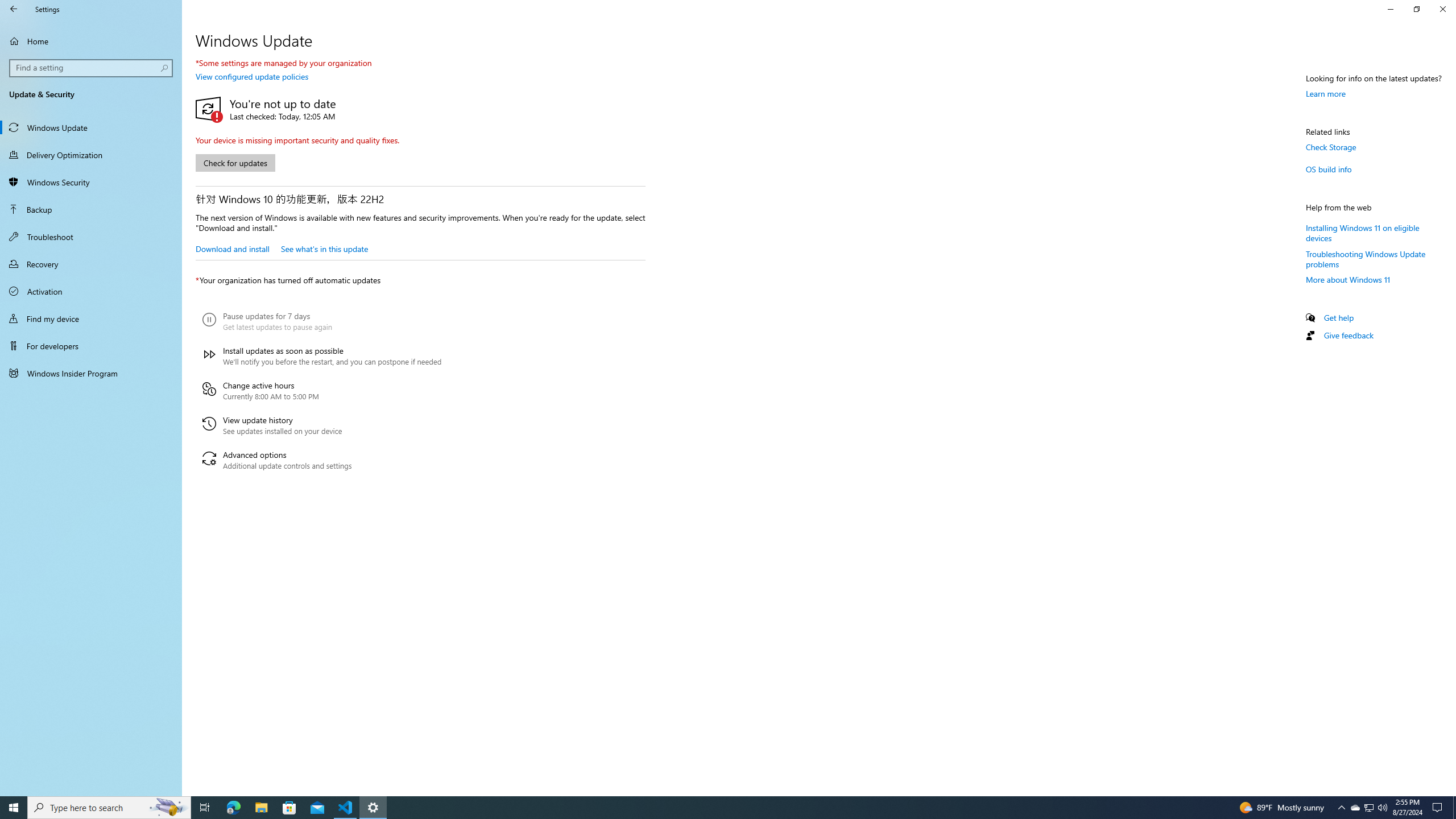 This screenshot has height=819, width=1456. What do you see at coordinates (90, 181) in the screenshot?
I see `'Windows Security'` at bounding box center [90, 181].